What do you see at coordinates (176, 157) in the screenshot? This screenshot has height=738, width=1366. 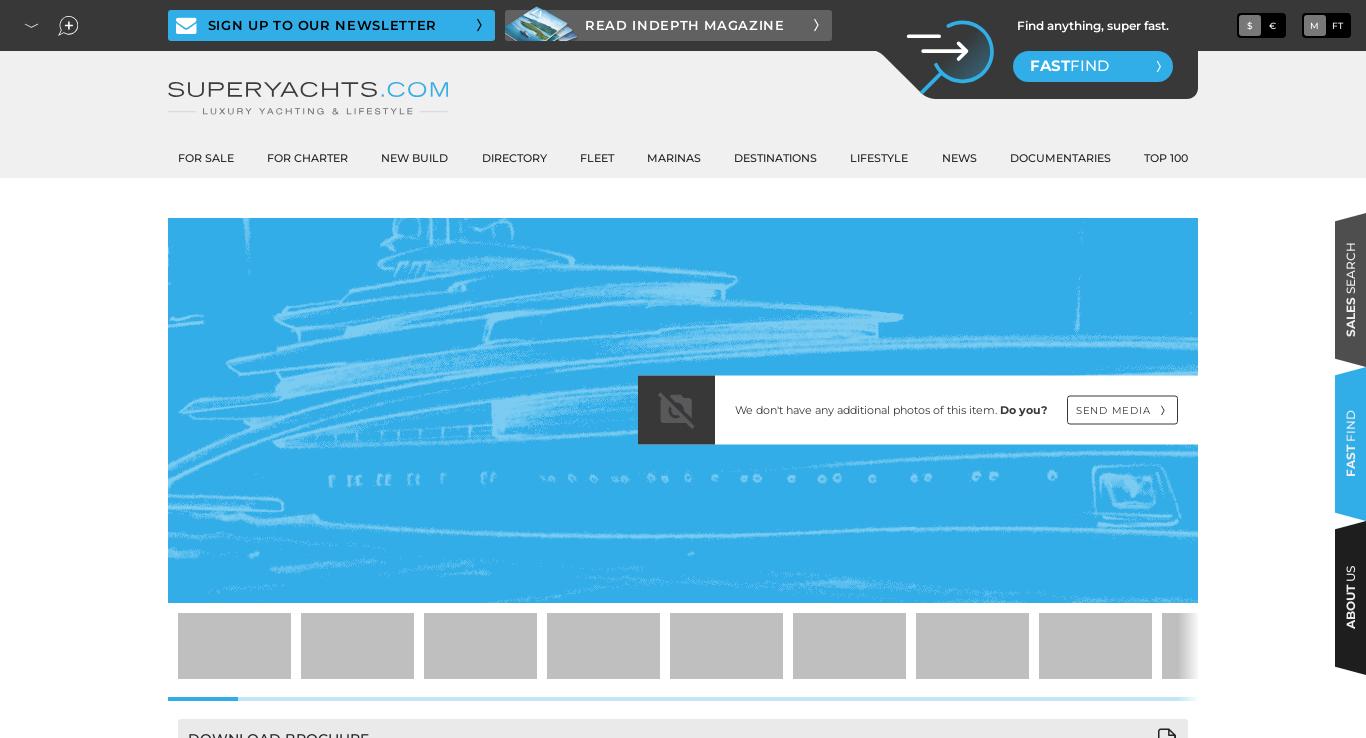 I see `'For sale'` at bounding box center [176, 157].